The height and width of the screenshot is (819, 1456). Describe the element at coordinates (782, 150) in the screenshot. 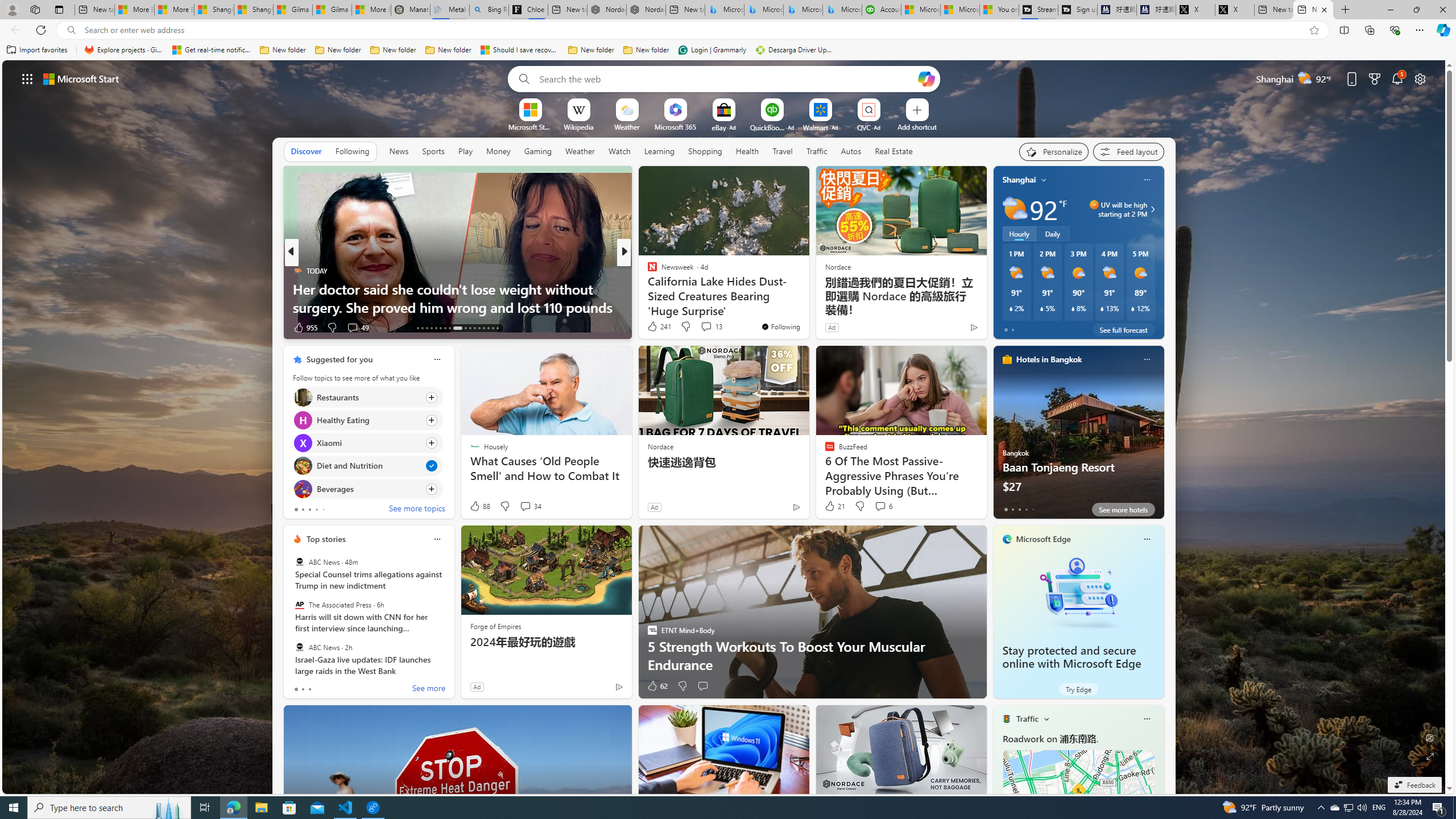

I see `'Travel'` at that location.